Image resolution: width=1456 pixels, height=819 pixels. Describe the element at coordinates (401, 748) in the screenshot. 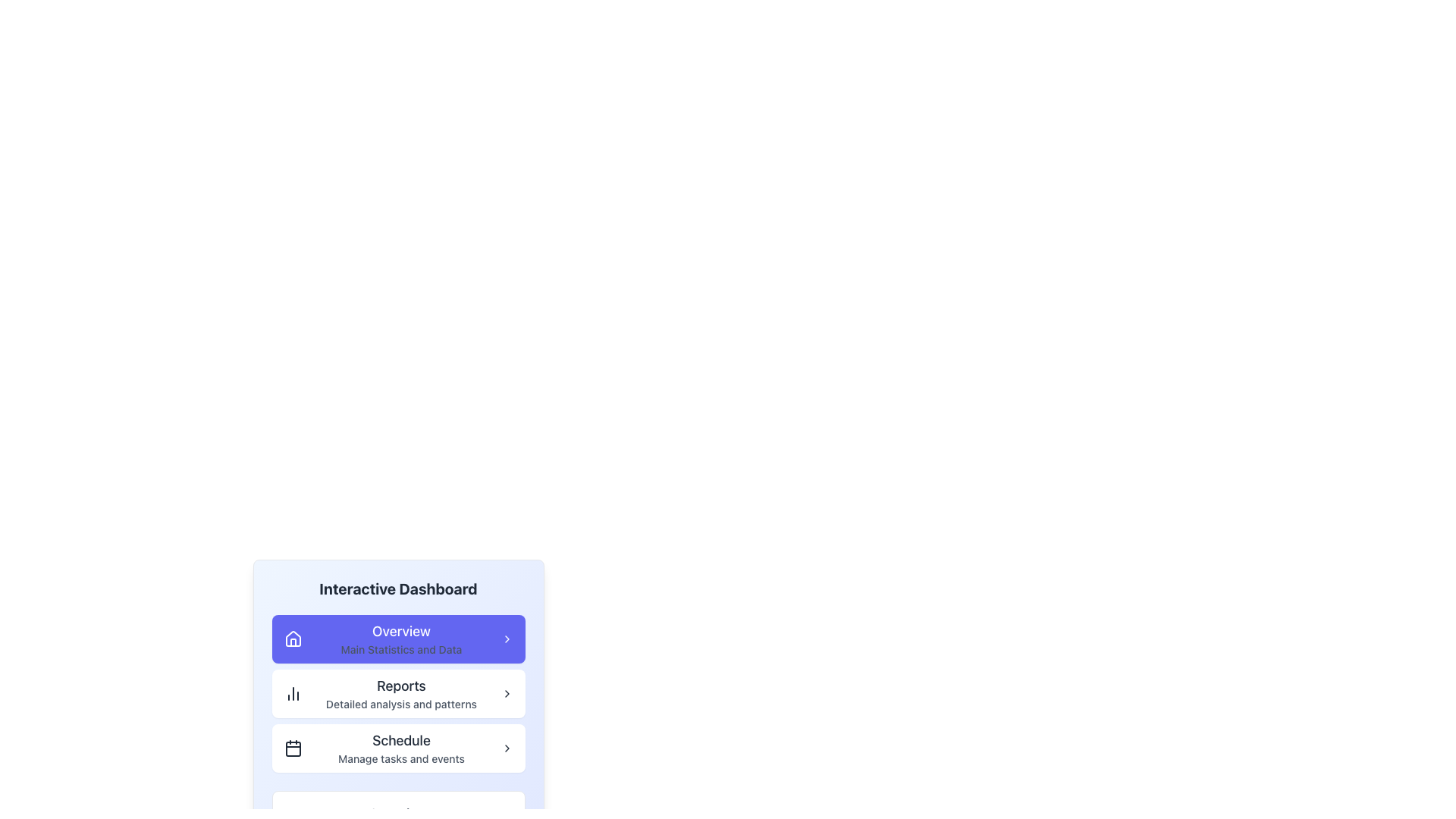

I see `the 'Schedule' menu item which allows users to manage tasks and events, located below 'Interactive Dashboard' as the third item in the navigation list` at that location.